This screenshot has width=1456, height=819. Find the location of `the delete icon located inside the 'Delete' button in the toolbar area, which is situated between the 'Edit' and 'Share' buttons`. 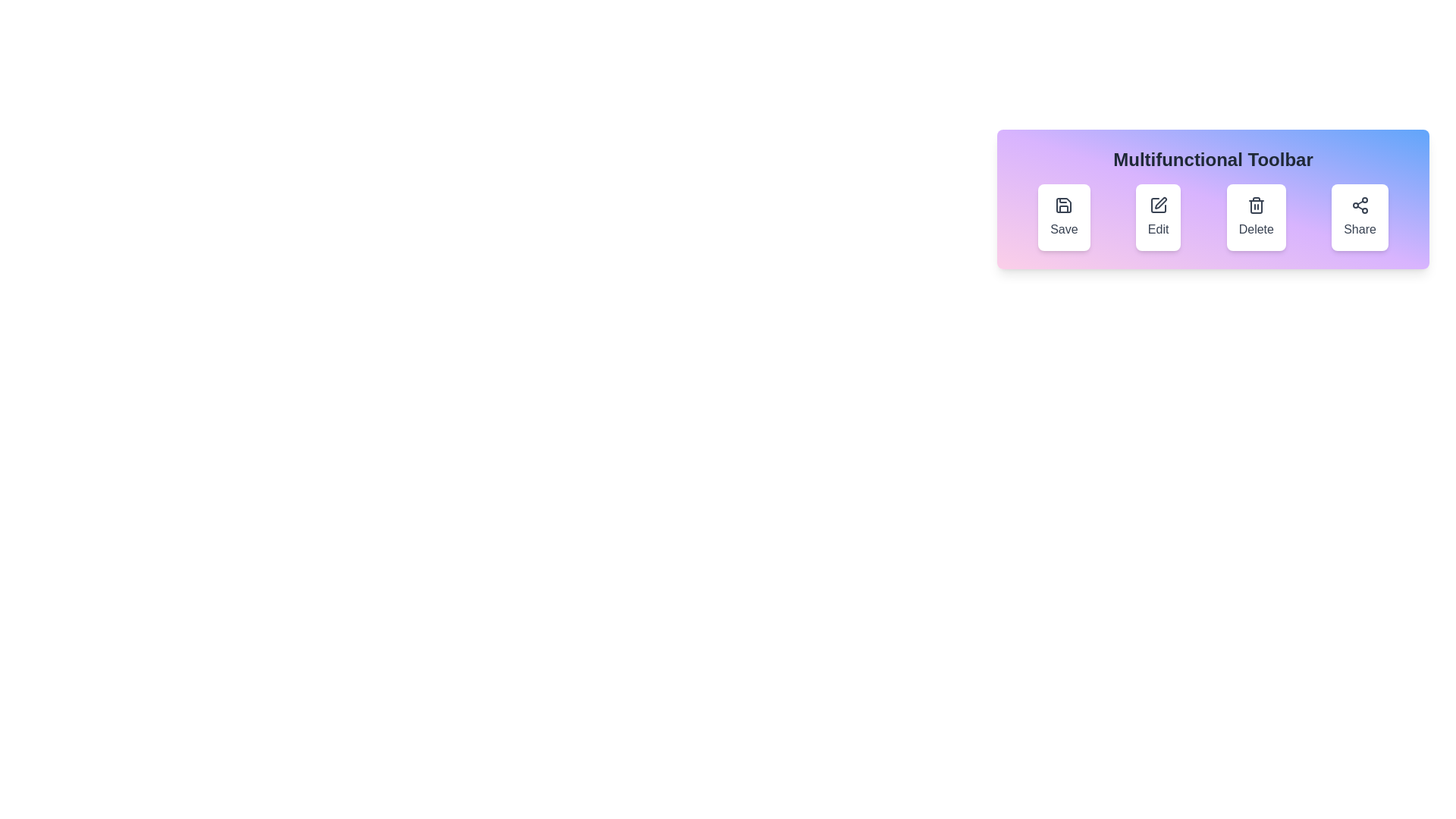

the delete icon located inside the 'Delete' button in the toolbar area, which is situated between the 'Edit' and 'Share' buttons is located at coordinates (1256, 205).